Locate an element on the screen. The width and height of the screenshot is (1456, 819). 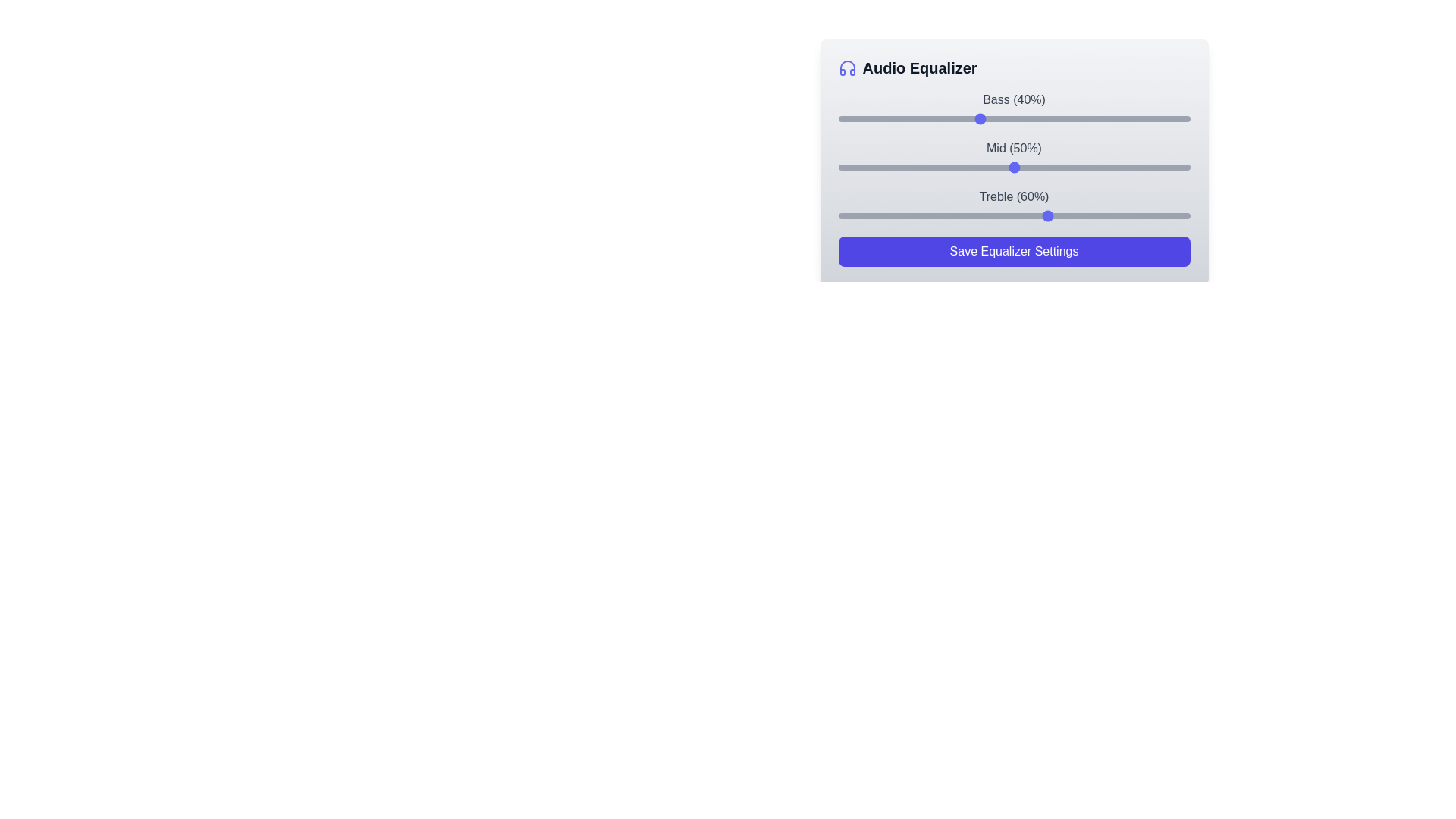
the bass slider to set its value to 4% is located at coordinates (852, 118).